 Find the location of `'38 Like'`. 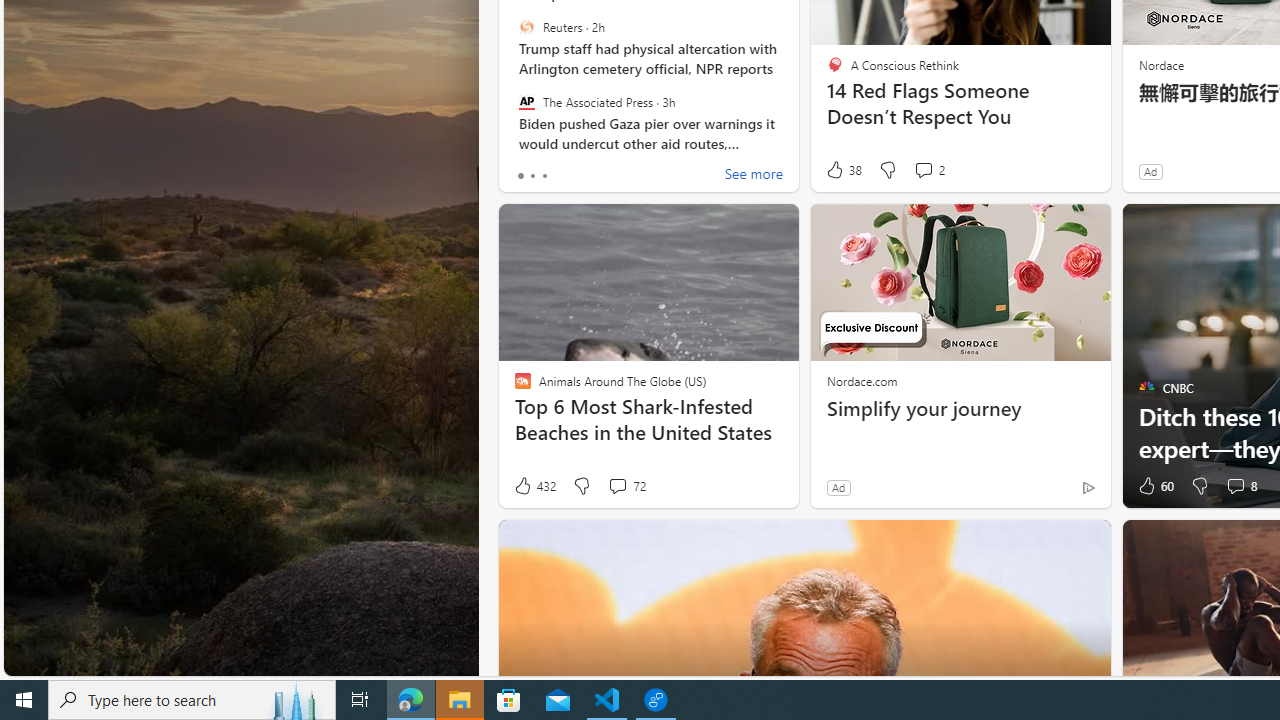

'38 Like' is located at coordinates (843, 169).